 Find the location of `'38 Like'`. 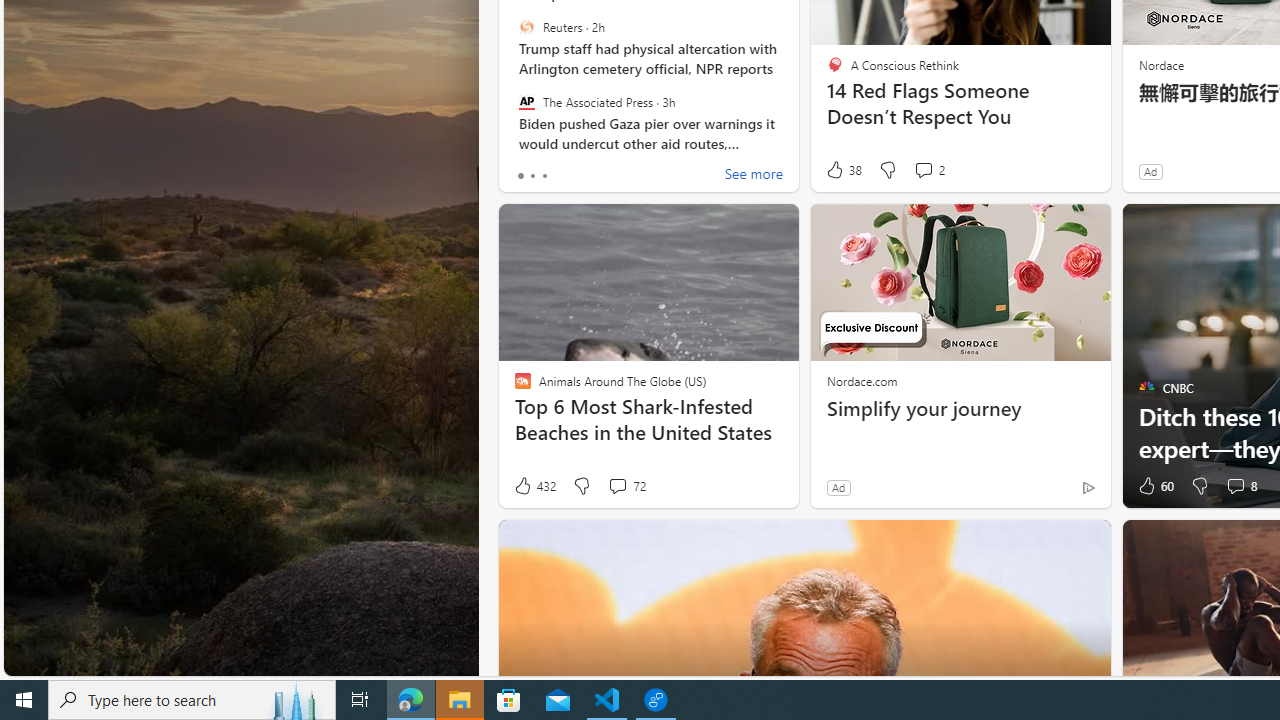

'38 Like' is located at coordinates (843, 169).